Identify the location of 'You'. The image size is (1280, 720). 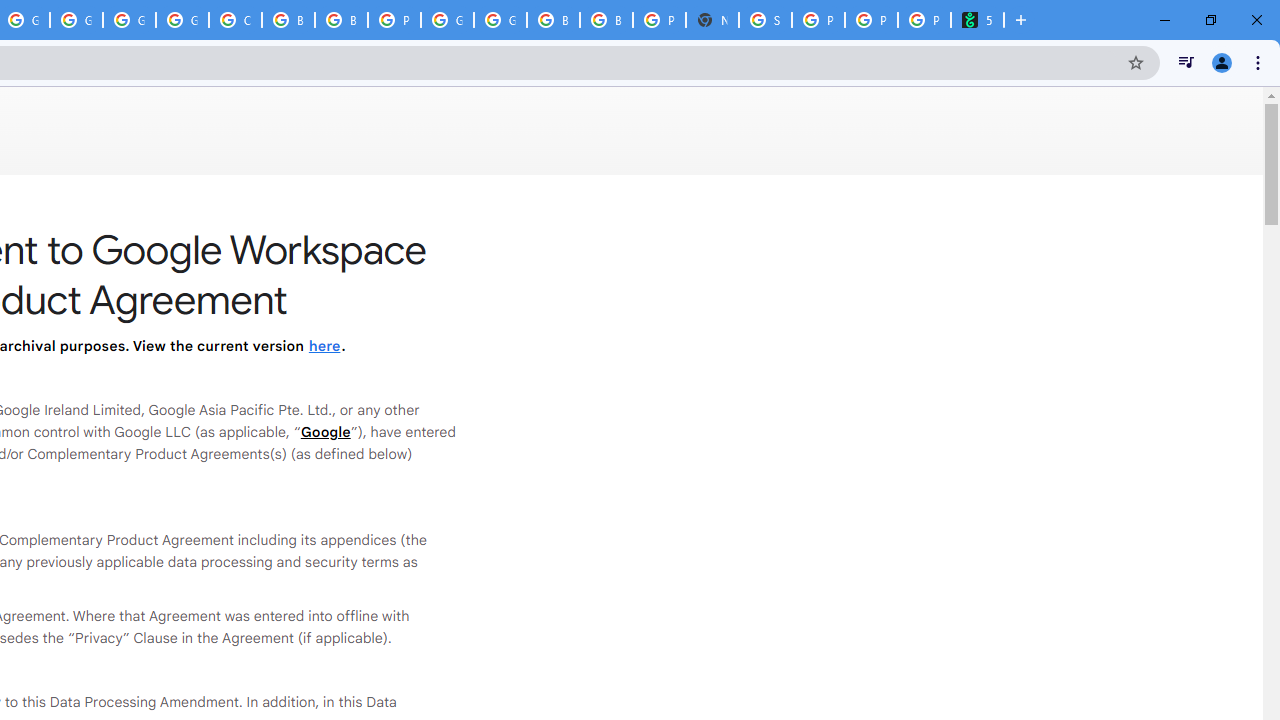
(1220, 61).